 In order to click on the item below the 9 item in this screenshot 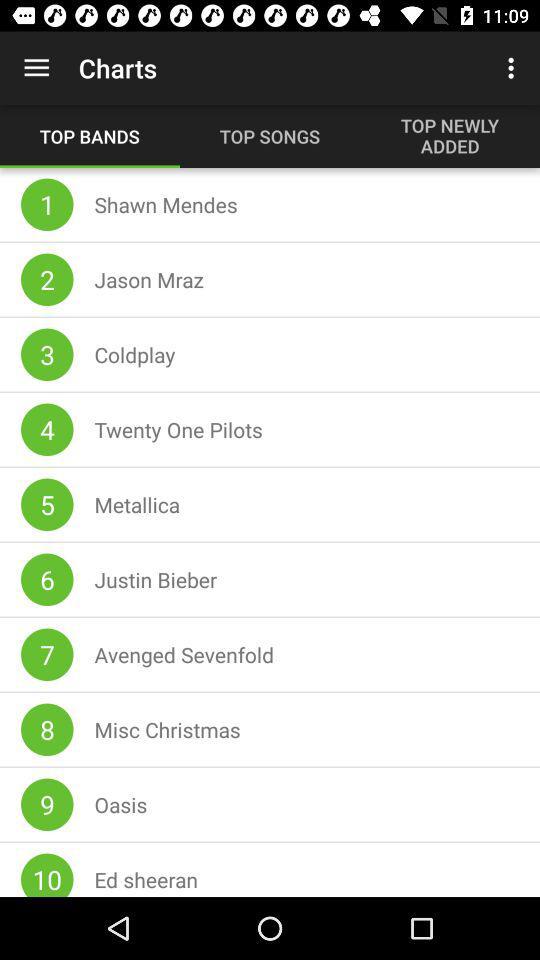, I will do `click(47, 874)`.